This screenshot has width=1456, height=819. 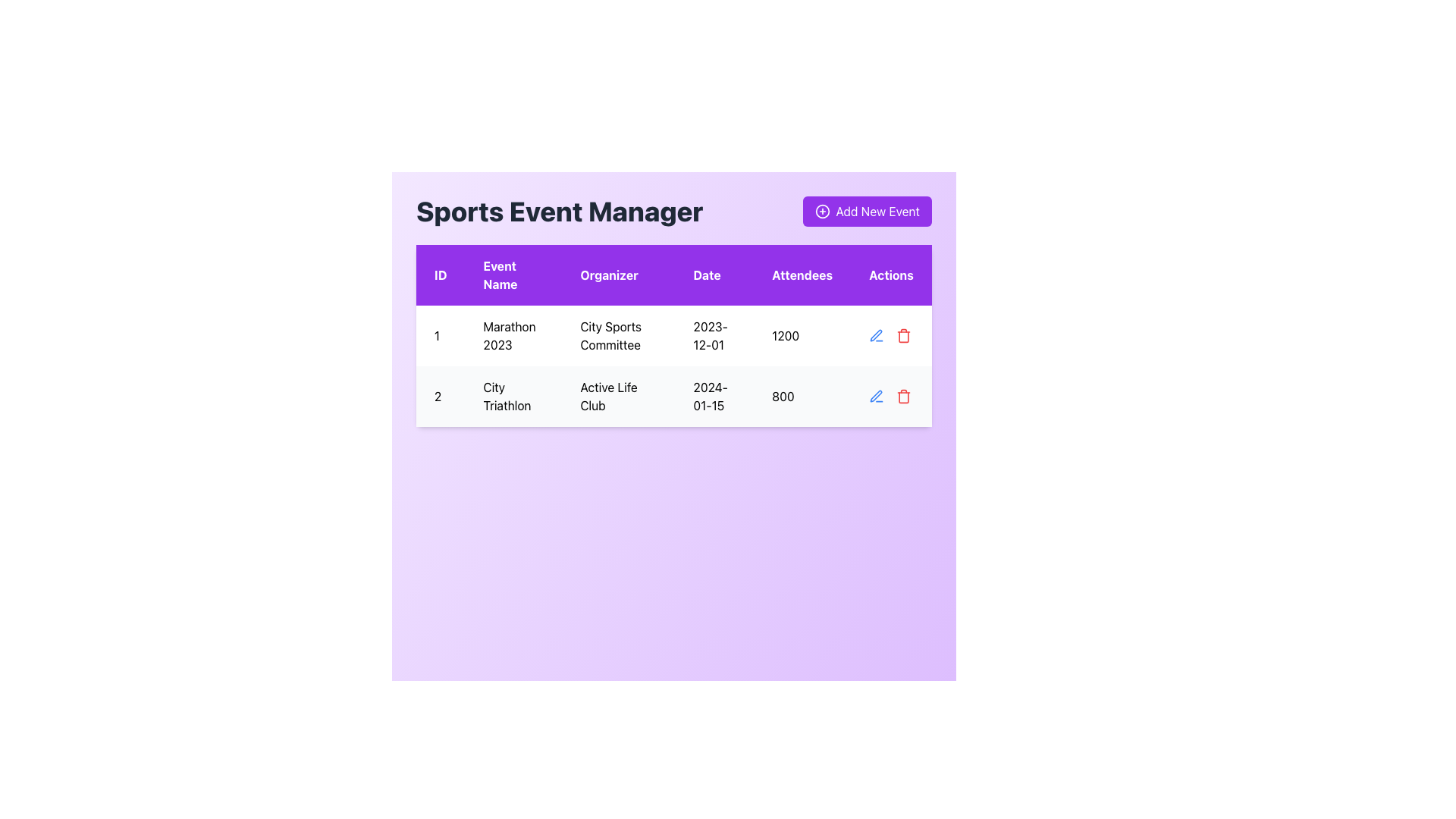 I want to click on the delete button located in the 'Actions' column of the second row of the table to change its color, so click(x=904, y=335).